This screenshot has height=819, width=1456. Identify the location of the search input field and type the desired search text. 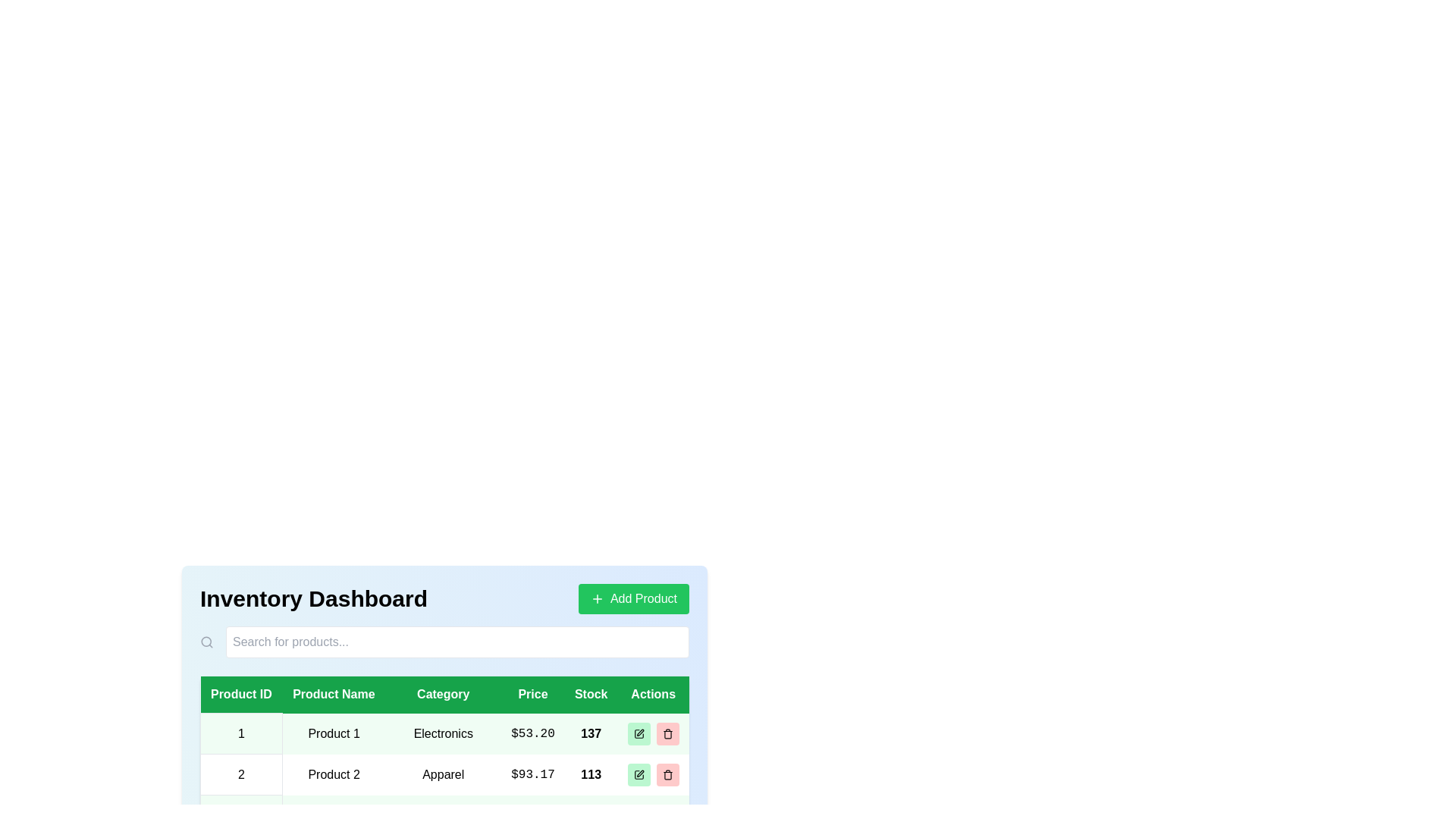
(224, 642).